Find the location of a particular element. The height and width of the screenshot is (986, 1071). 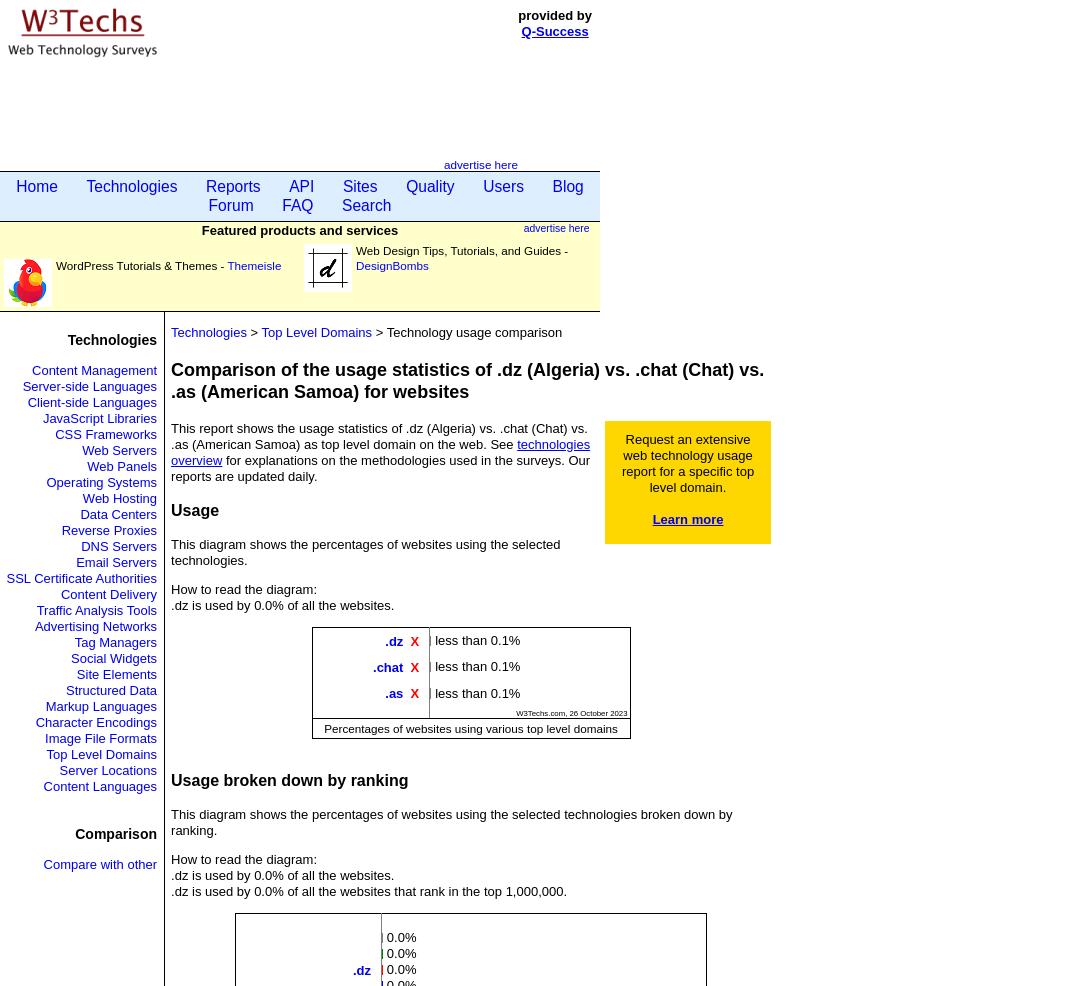

'Data Centers' is located at coordinates (118, 513).